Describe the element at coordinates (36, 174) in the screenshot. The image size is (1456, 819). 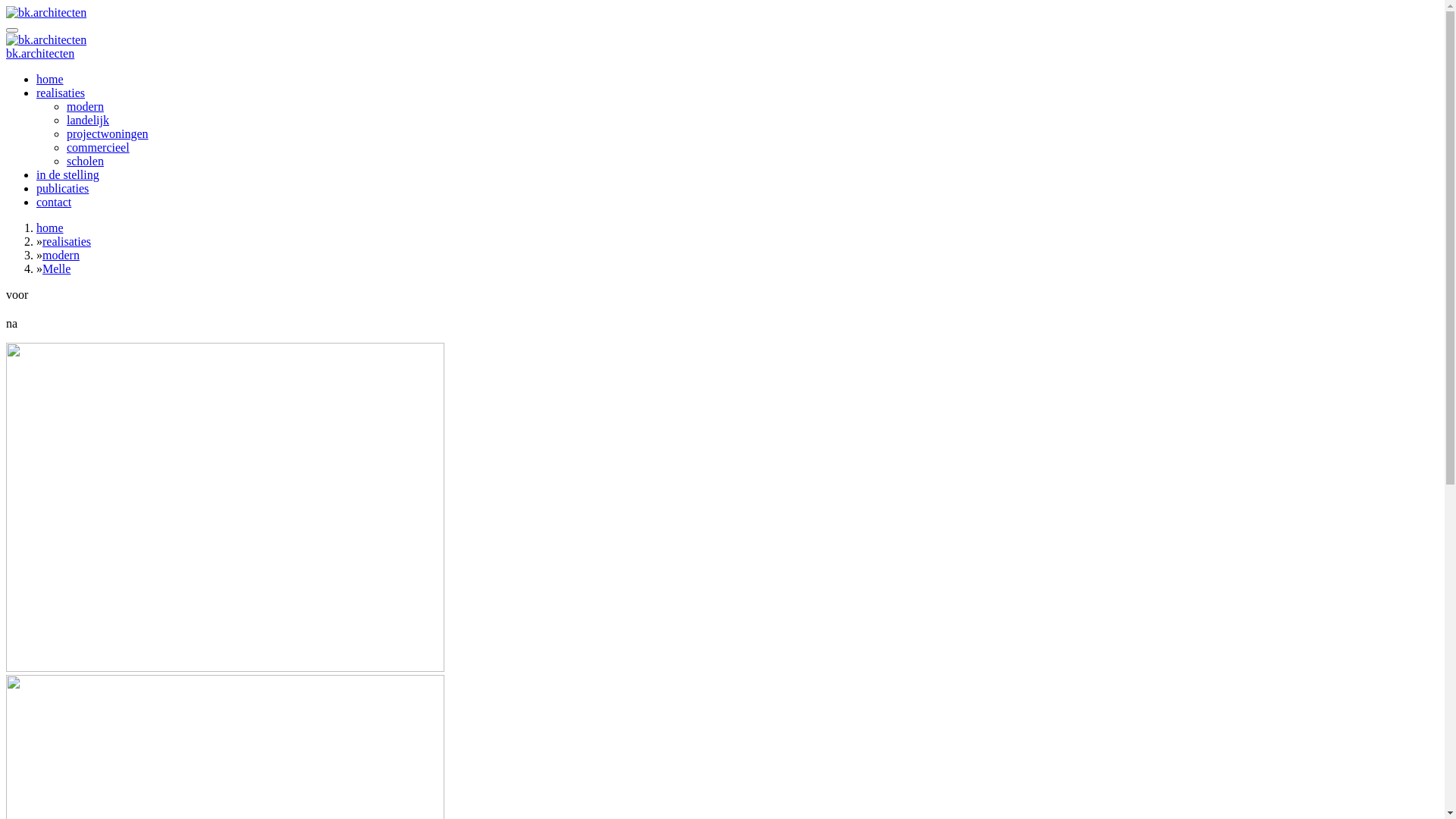
I see `'in de stelling'` at that location.